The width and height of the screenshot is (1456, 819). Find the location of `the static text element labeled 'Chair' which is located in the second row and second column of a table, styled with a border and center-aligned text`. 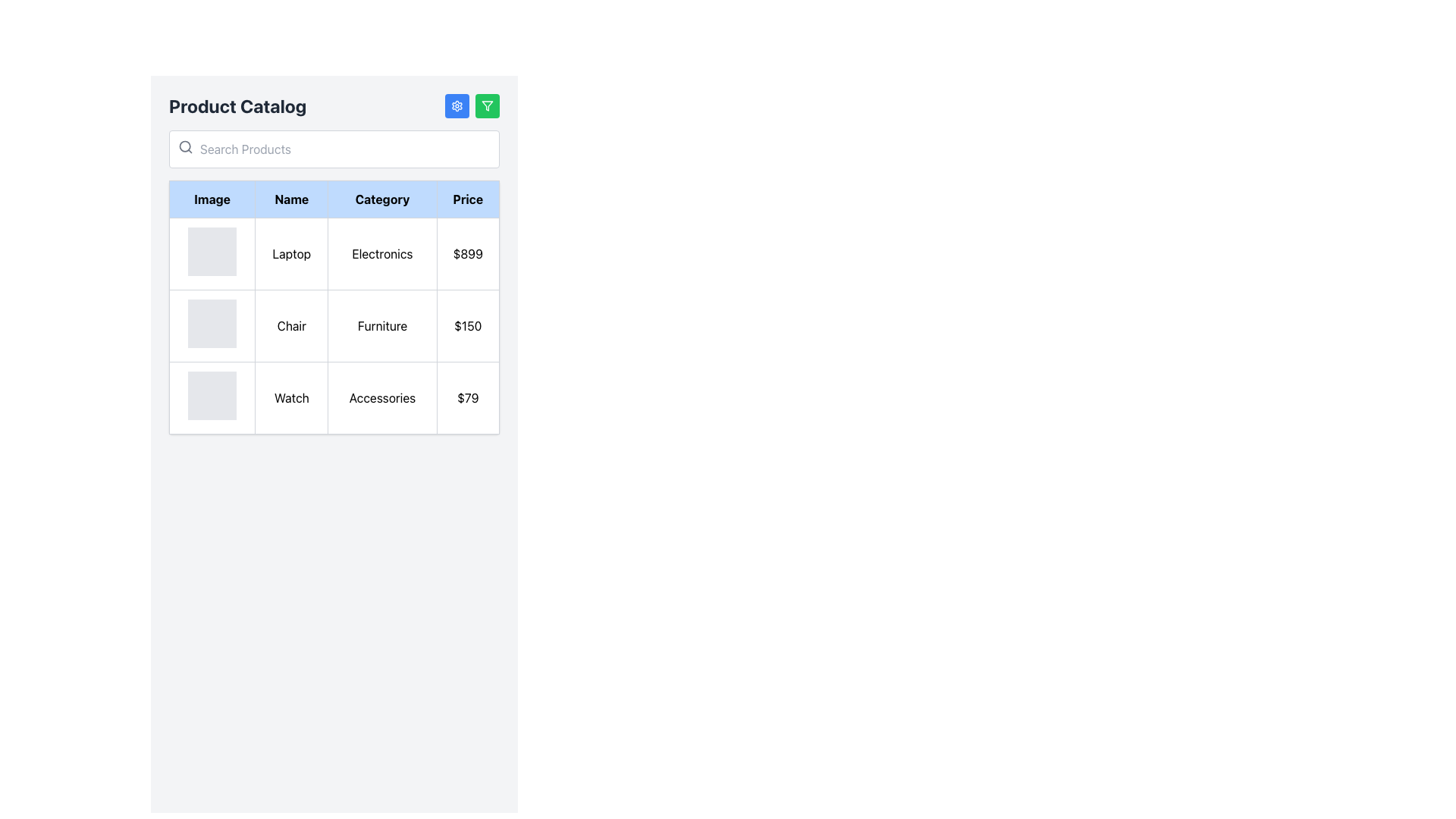

the static text element labeled 'Chair' which is located in the second row and second column of a table, styled with a border and center-aligned text is located at coordinates (291, 325).